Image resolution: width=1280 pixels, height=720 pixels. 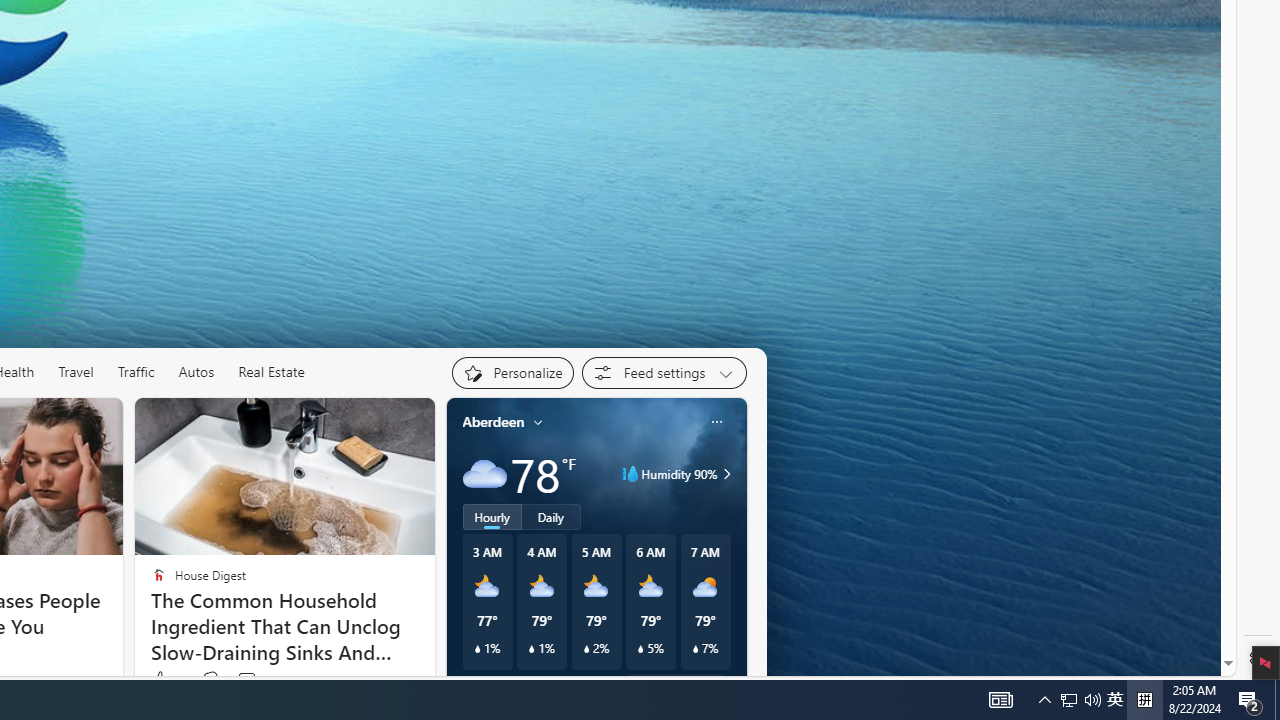 I want to click on 'Humidity 90%', so click(x=722, y=474).